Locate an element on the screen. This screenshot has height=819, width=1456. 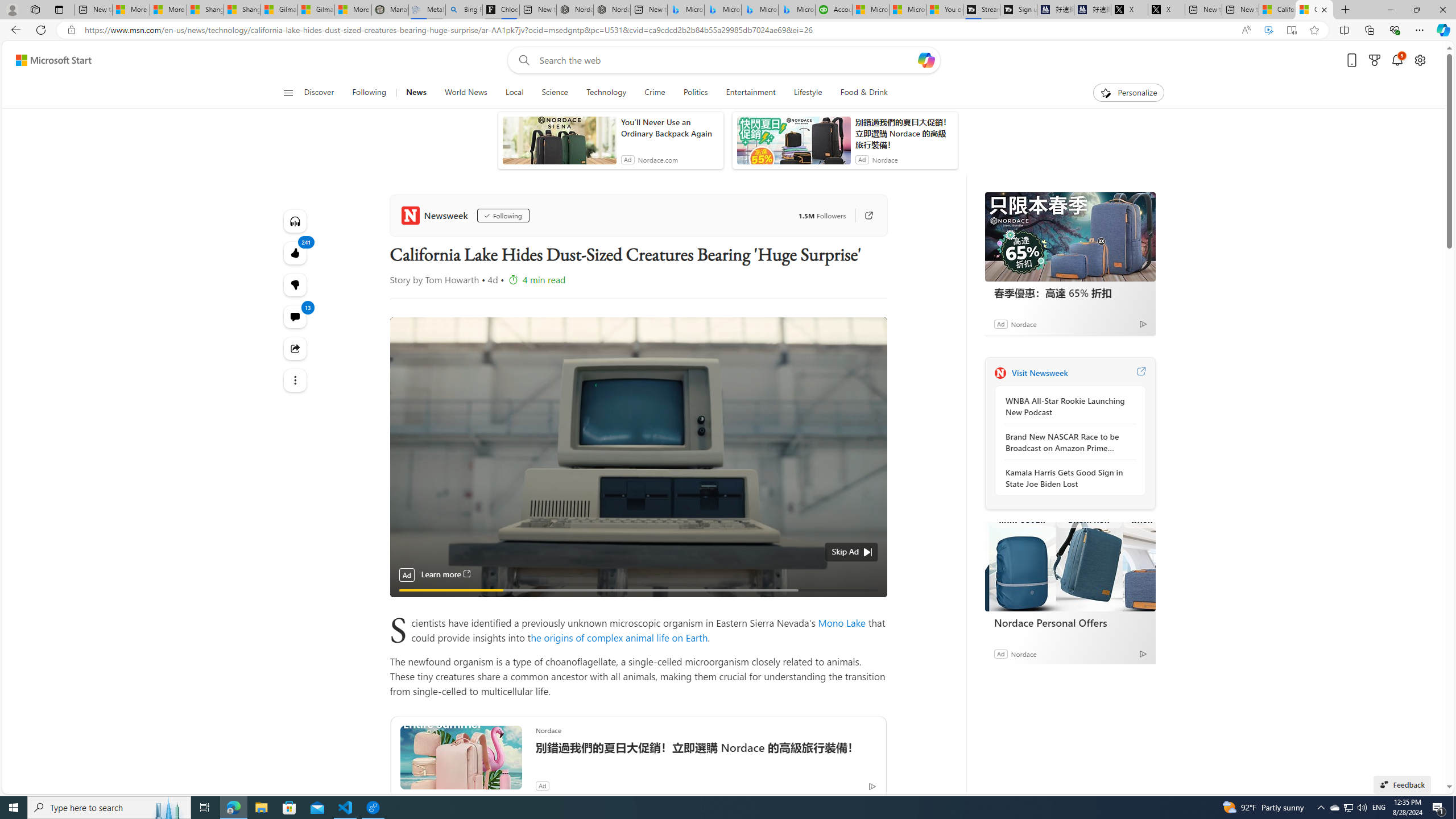
'More like this241Fewer like thisView comments' is located at coordinates (295, 285).